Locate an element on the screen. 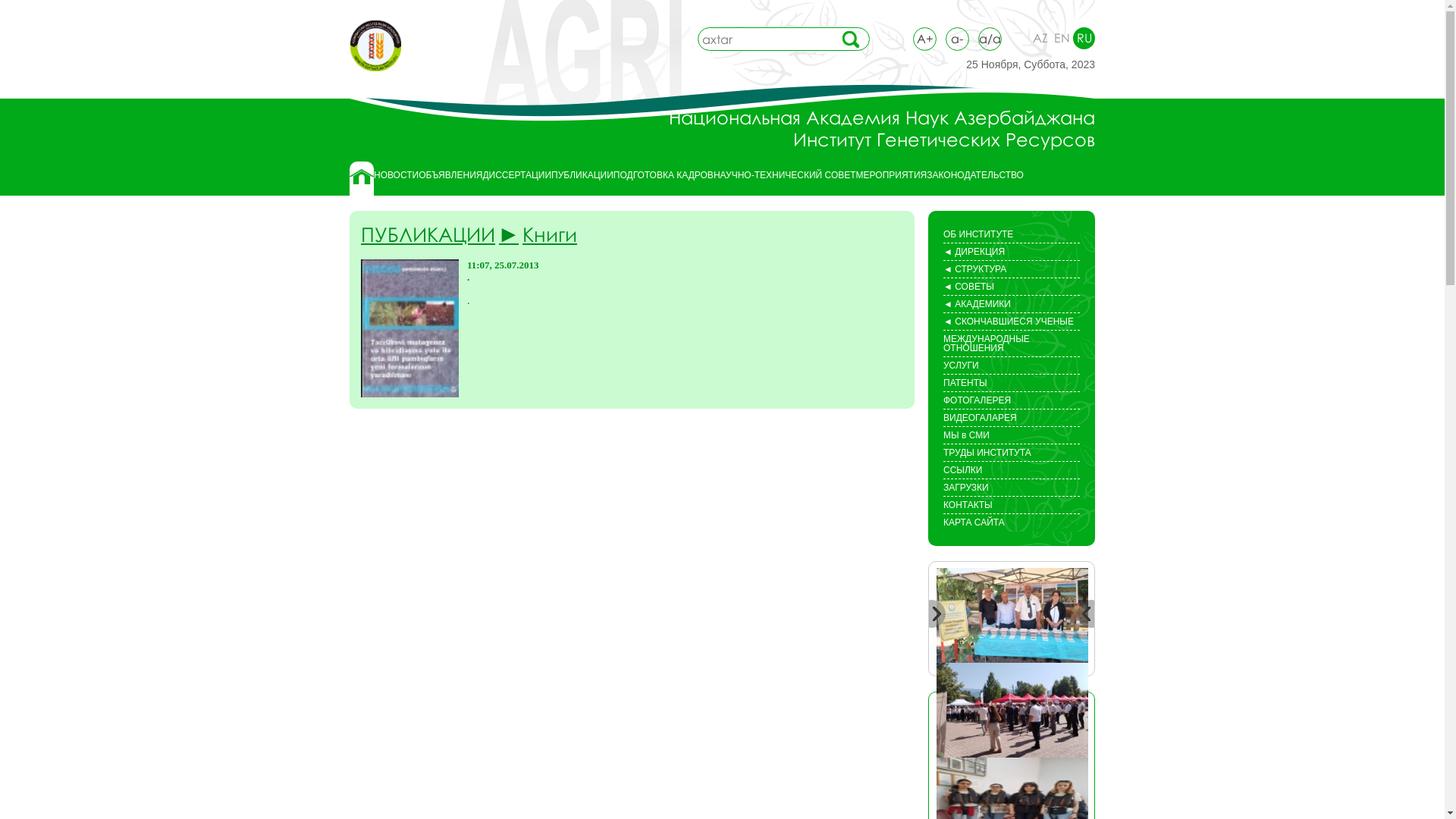  'a-' is located at coordinates (956, 38).